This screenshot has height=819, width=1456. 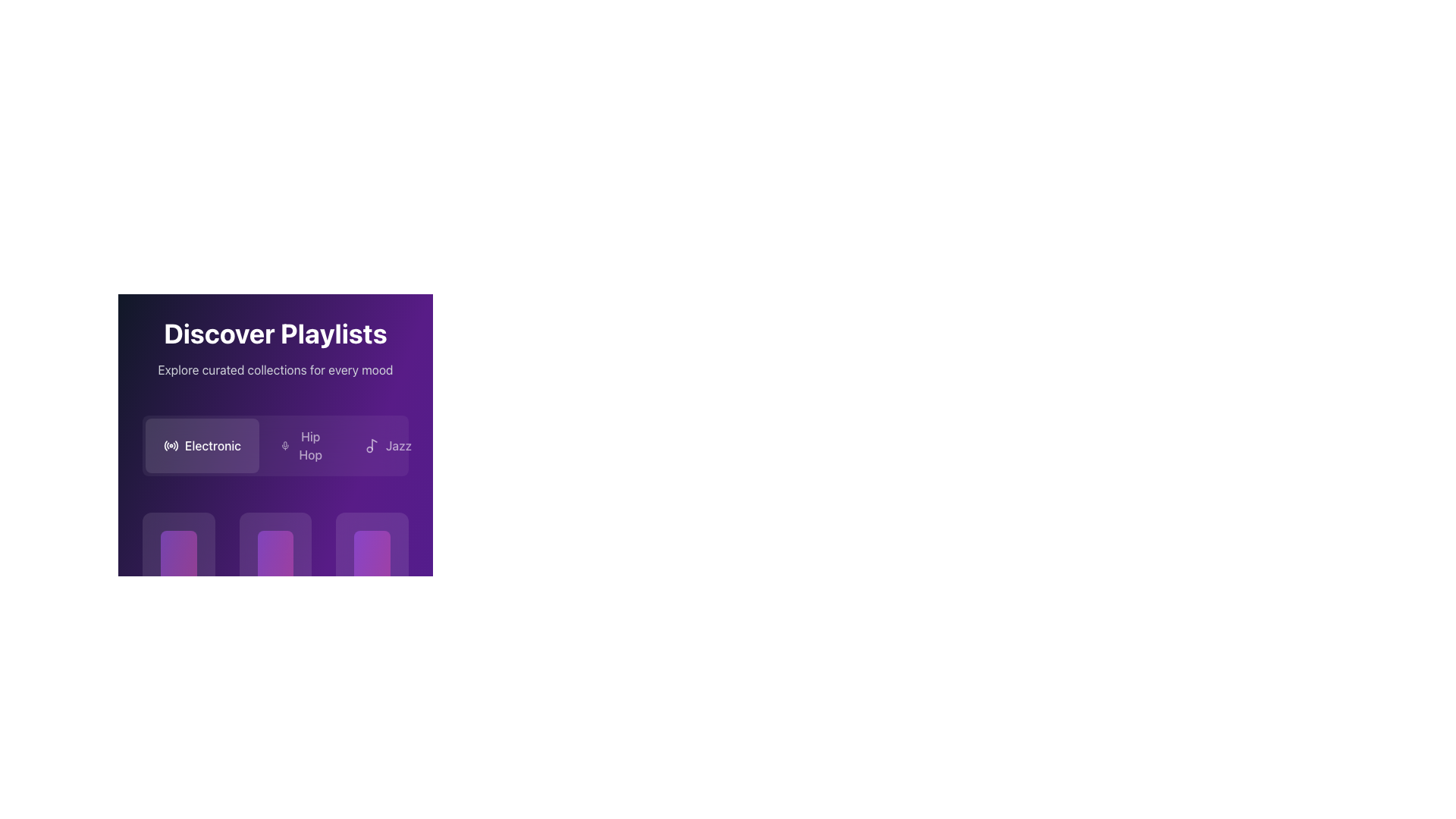 What do you see at coordinates (303, 444) in the screenshot?
I see `the rectangular button labeled 'Hip Hop' that features a mic icon` at bounding box center [303, 444].